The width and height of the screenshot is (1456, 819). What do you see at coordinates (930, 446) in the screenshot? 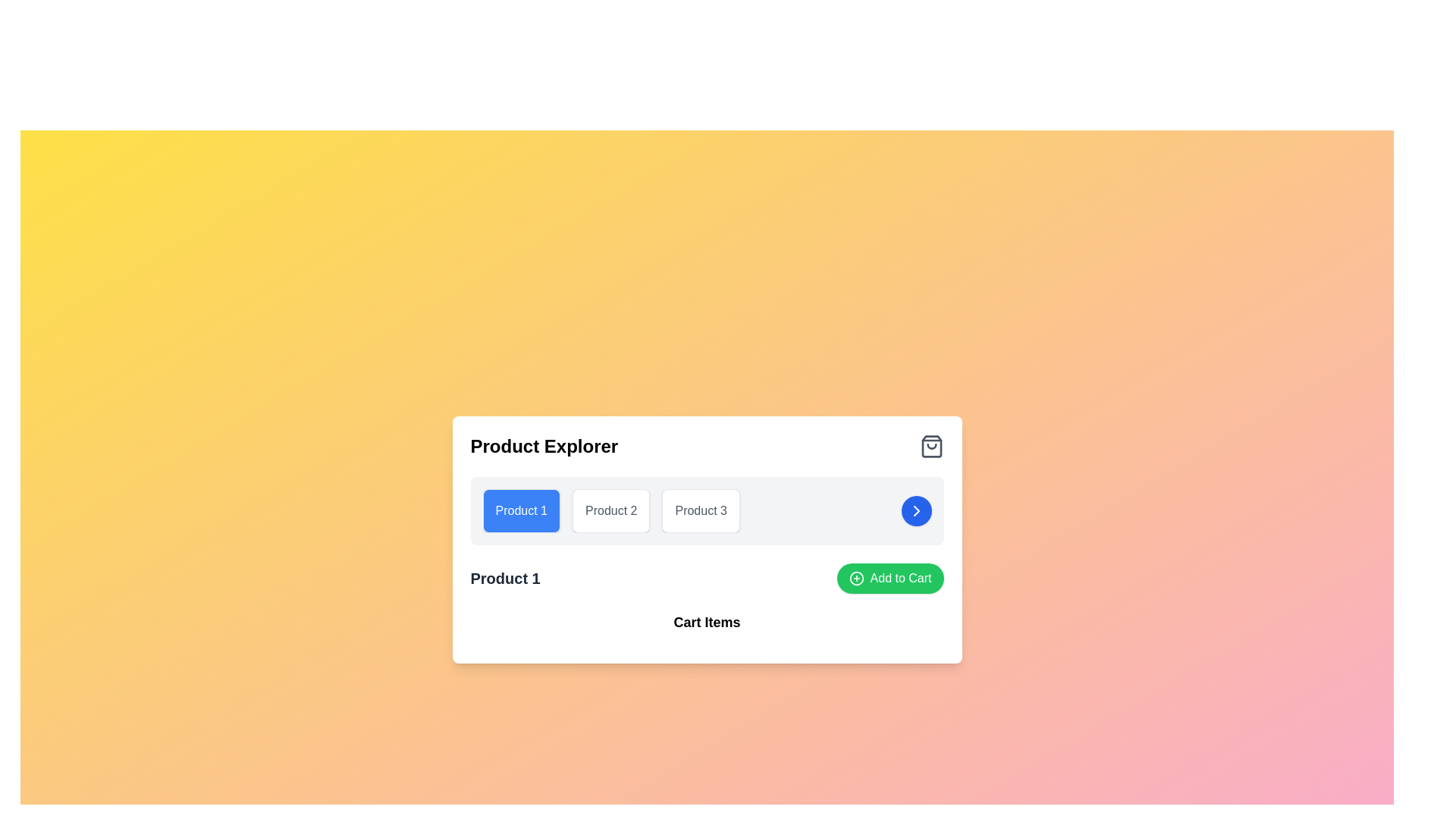
I see `the shopping bag icon with a dark gray outline located in the top-right corner of the 'Product Explorer' card` at bounding box center [930, 446].